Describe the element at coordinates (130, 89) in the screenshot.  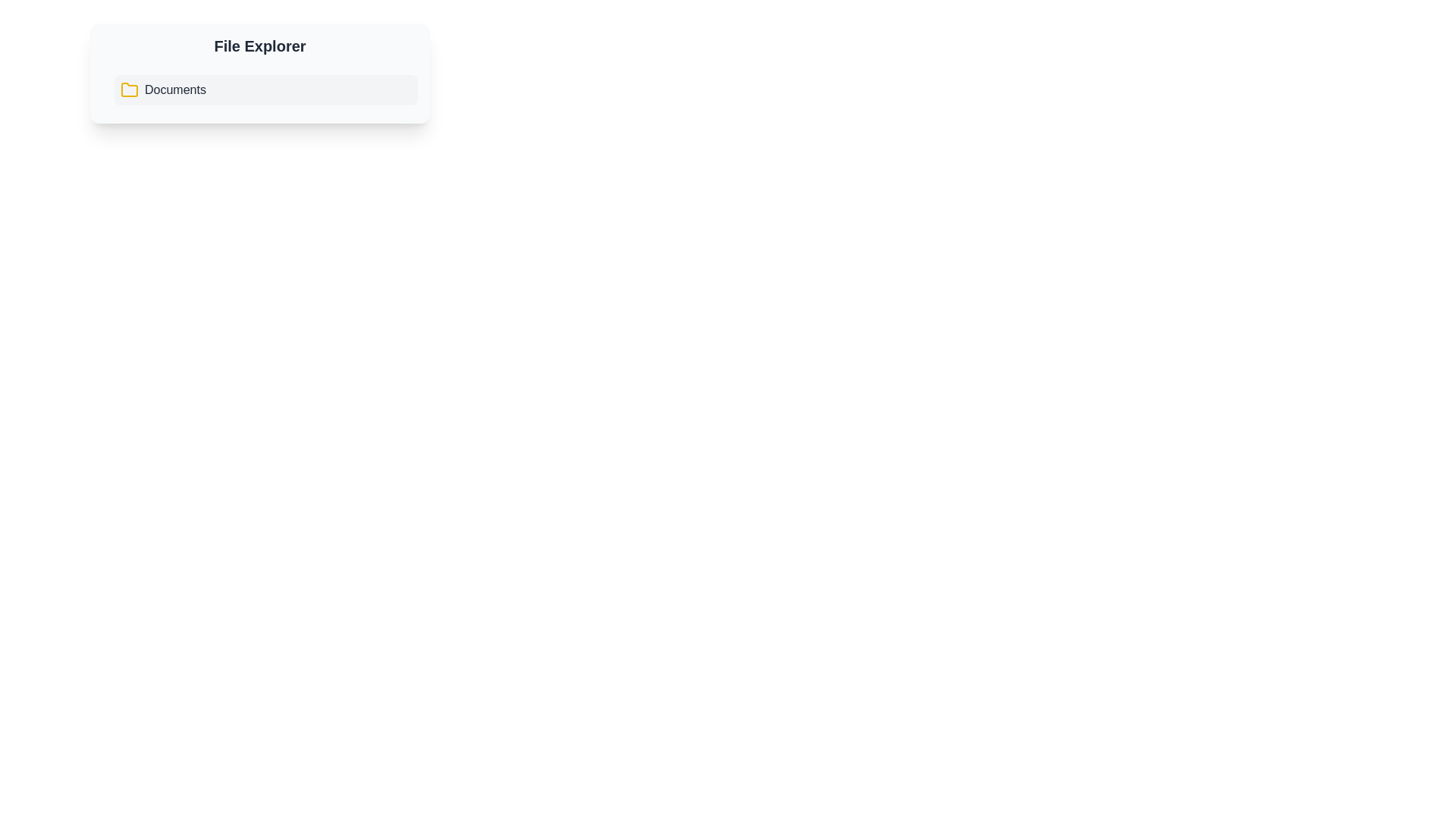
I see `the yellow folder icon located to the left of the 'Documents' label in the file explorer interface` at that location.